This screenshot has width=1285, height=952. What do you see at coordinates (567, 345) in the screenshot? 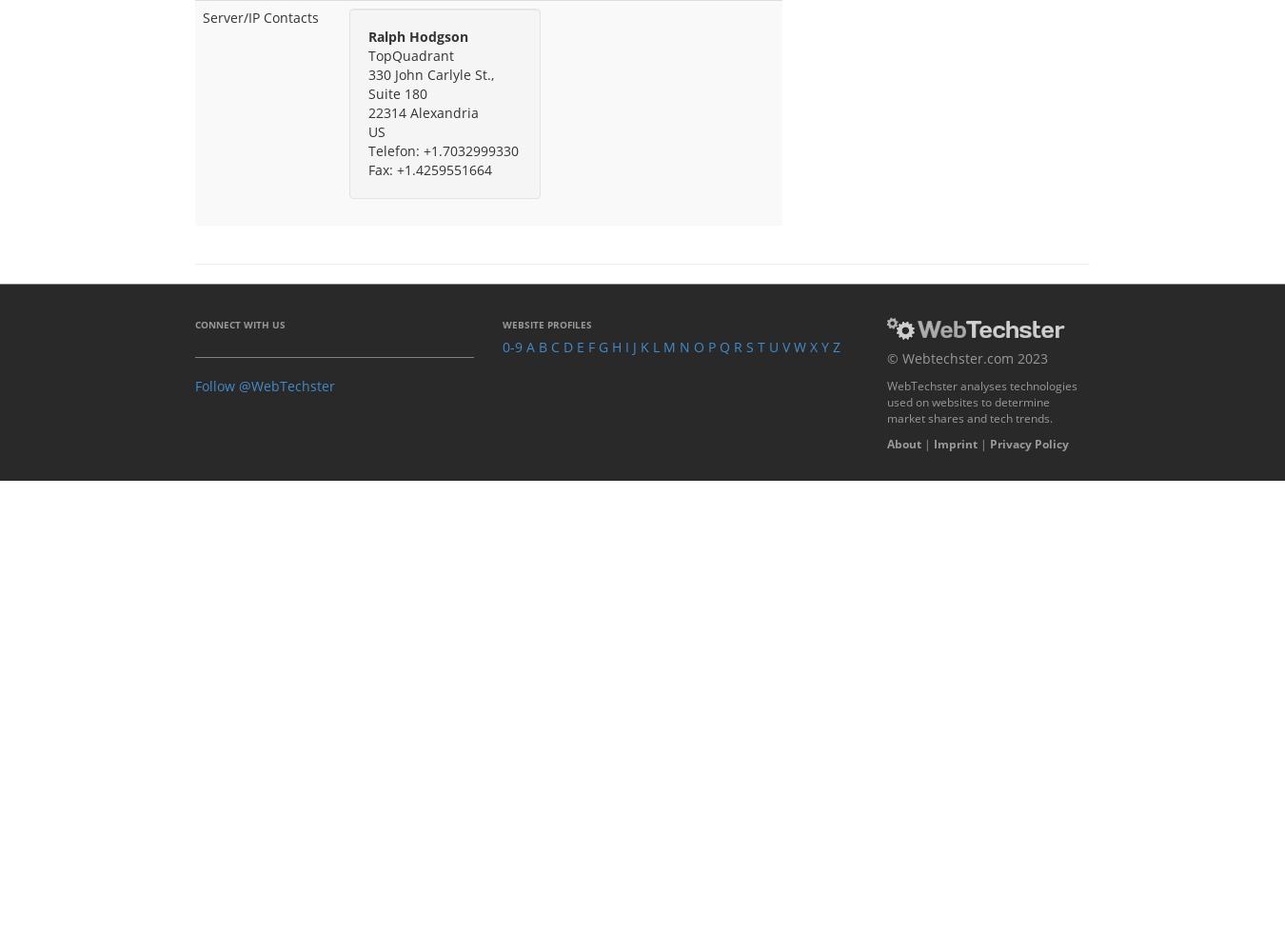
I see `'D'` at bounding box center [567, 345].